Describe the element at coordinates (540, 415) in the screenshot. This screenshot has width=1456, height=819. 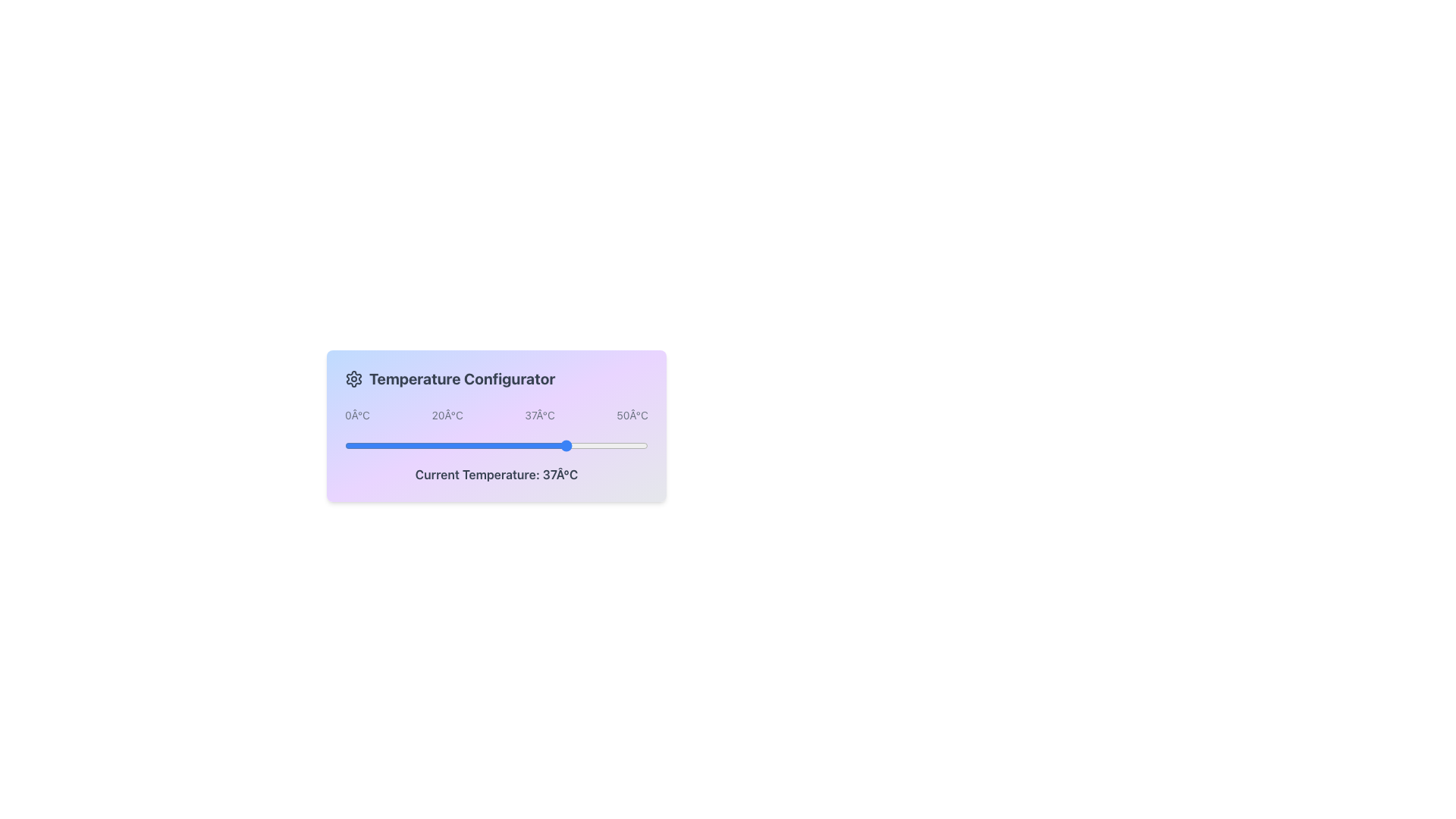
I see `the static text label displaying '37Â°C', which is styled in gray font and is the third temperature label within a group of four labels above the 'Temperature Configurator' slider` at that location.